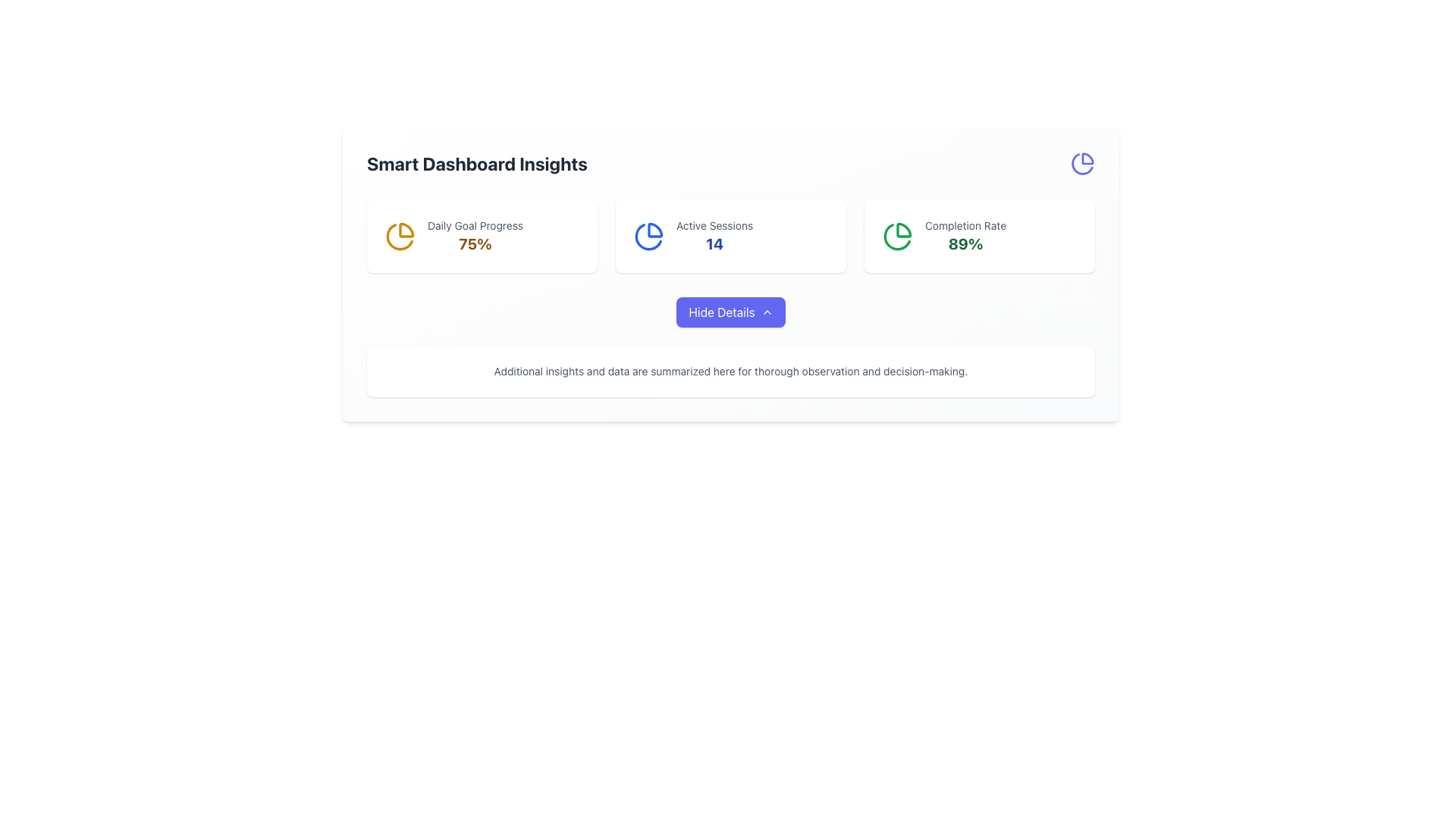 The image size is (1456, 819). What do you see at coordinates (714, 243) in the screenshot?
I see `the bold, blue-colored text displaying the number '14' located in the center of the 'Active Sessions' card, which is directly below the text 'Active Sessions'` at bounding box center [714, 243].